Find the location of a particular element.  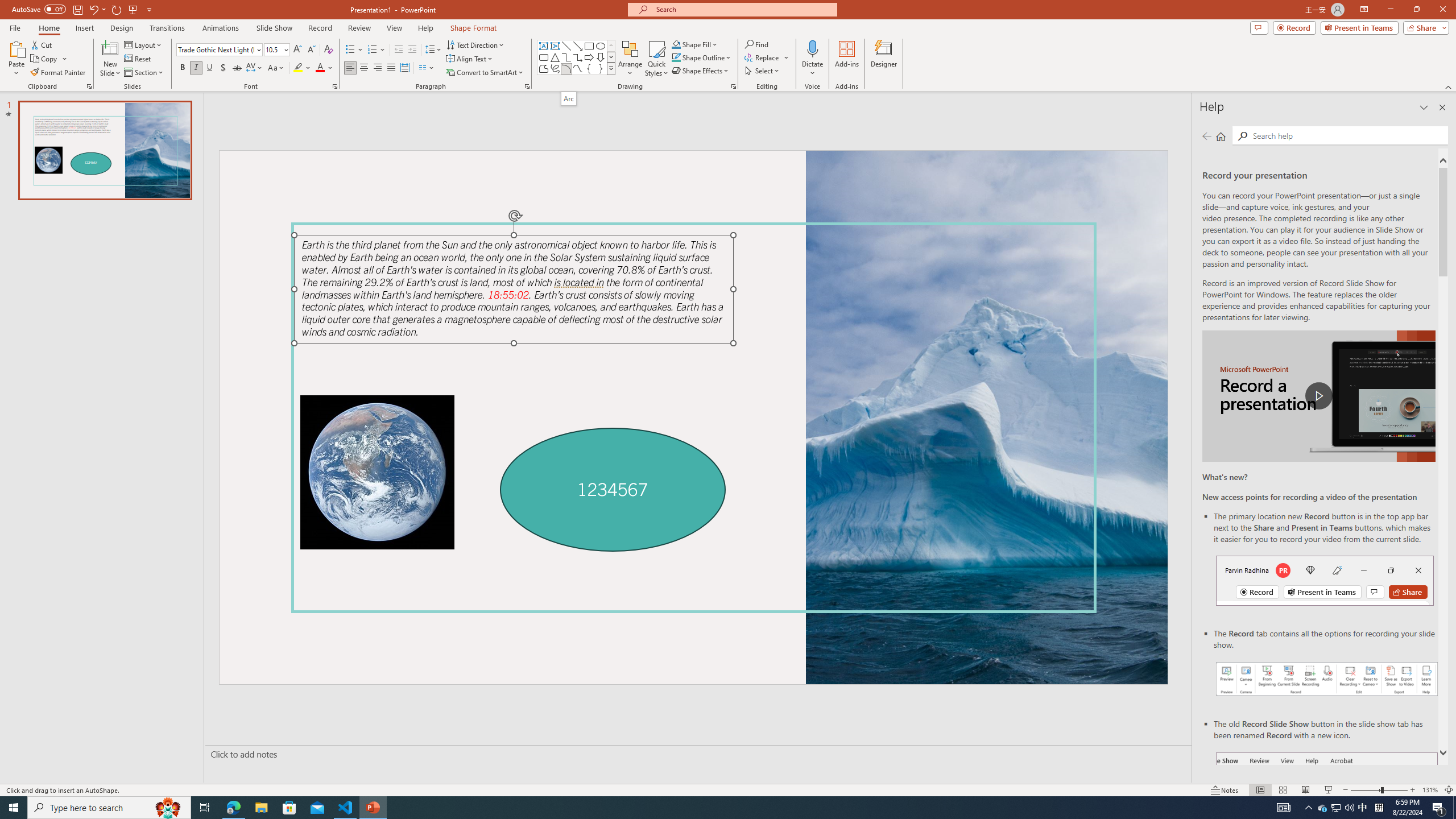

'Shape Outline Teal, Accent 1' is located at coordinates (676, 56).